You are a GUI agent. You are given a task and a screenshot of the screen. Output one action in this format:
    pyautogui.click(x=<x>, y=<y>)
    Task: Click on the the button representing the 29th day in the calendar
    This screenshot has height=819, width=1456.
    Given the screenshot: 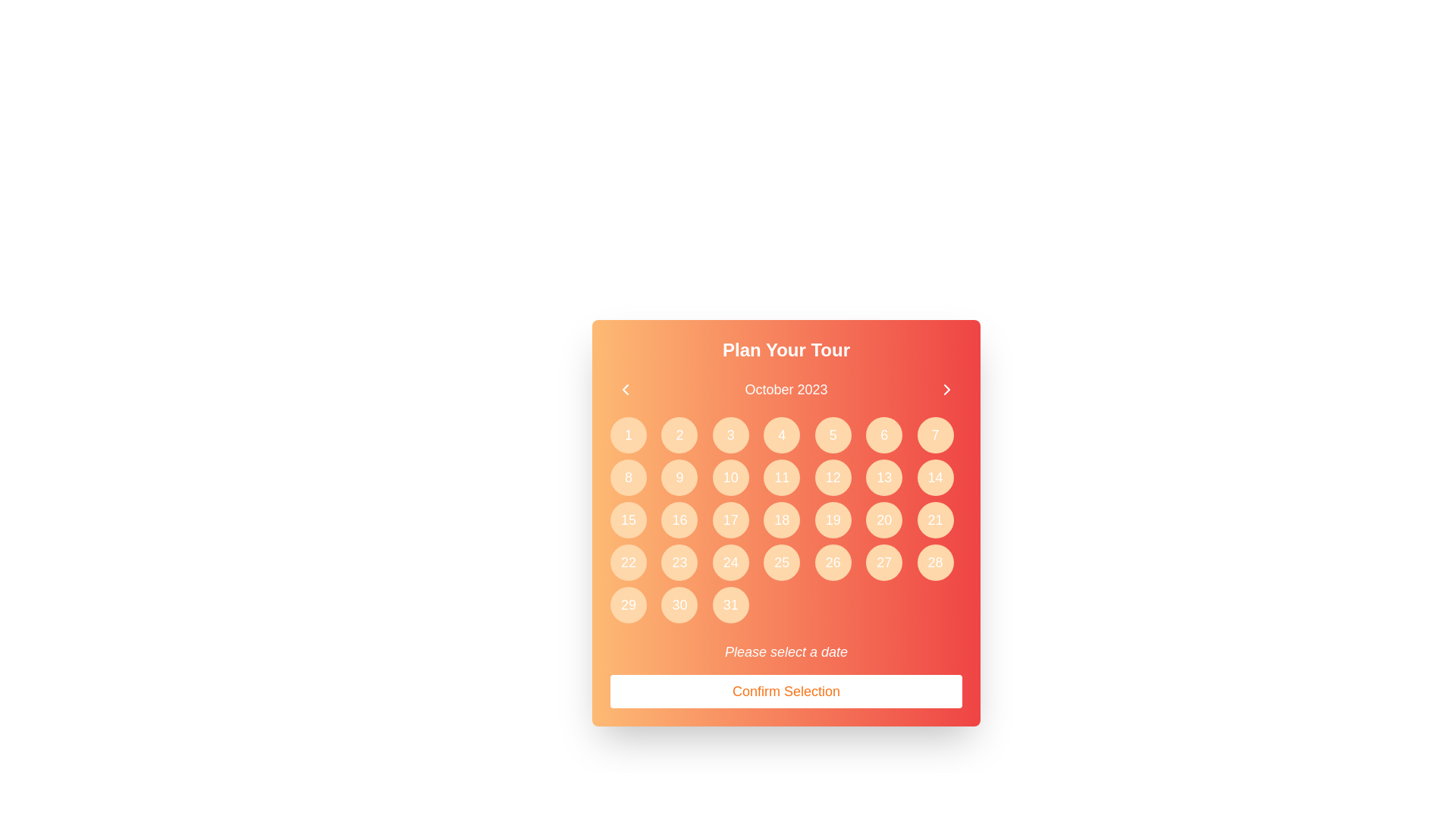 What is the action you would take?
    pyautogui.click(x=629, y=604)
    